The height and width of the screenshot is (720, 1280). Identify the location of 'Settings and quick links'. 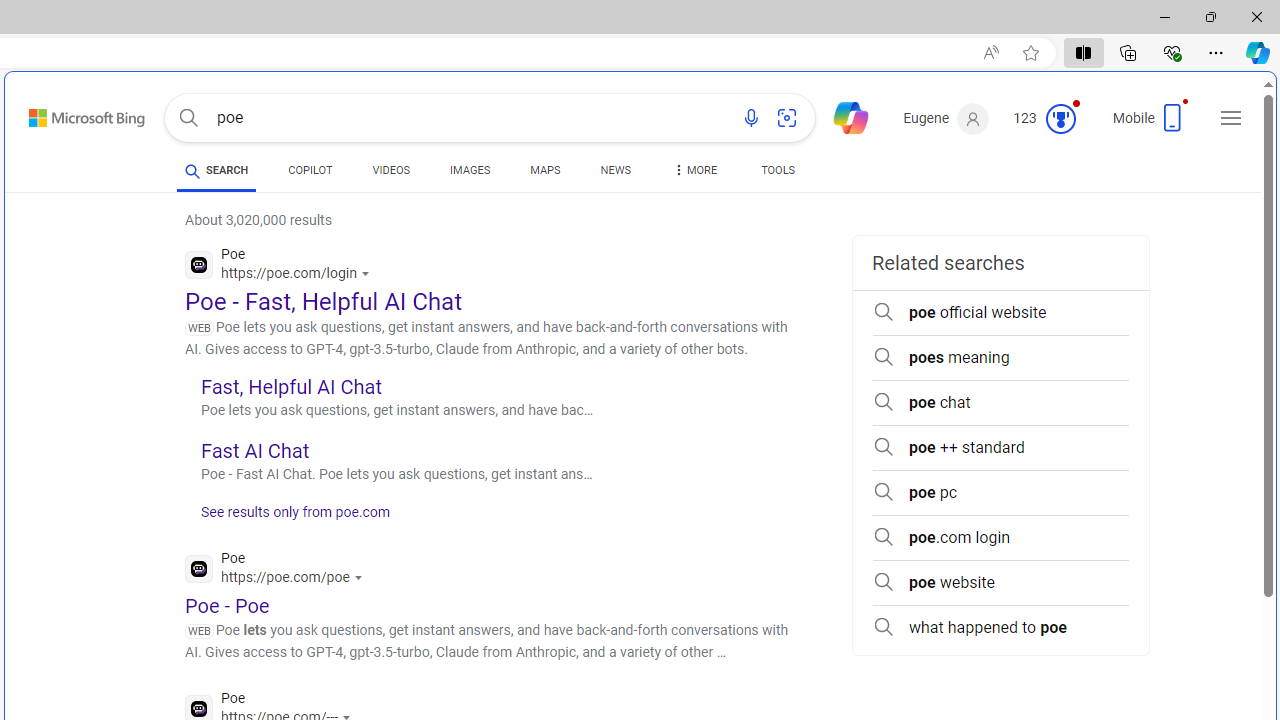
(1230, 118).